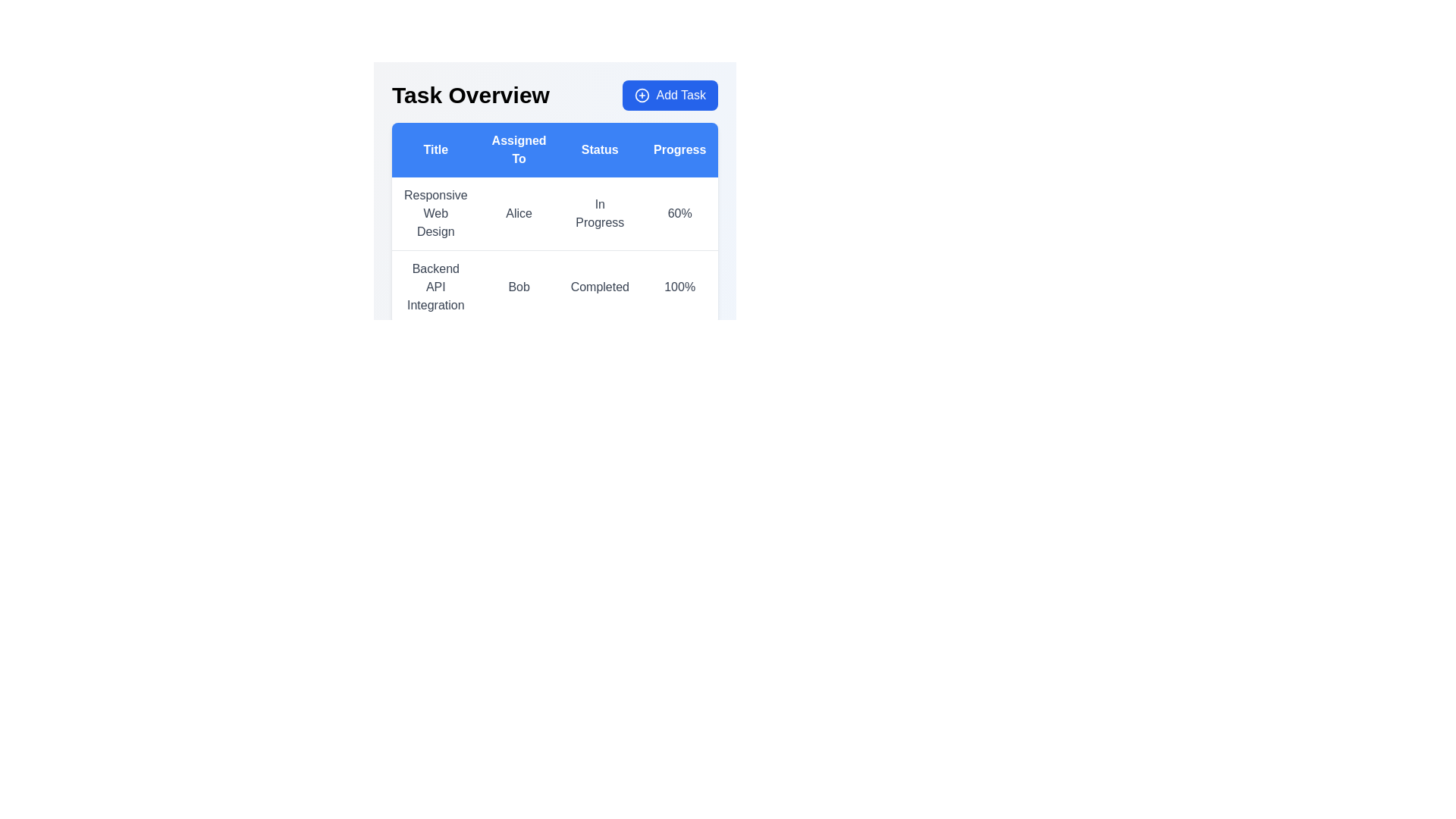  I want to click on the 'Progress' column header in the task overview table, which is the fourth column header among five, located near the top-center of the layout, so click(679, 149).